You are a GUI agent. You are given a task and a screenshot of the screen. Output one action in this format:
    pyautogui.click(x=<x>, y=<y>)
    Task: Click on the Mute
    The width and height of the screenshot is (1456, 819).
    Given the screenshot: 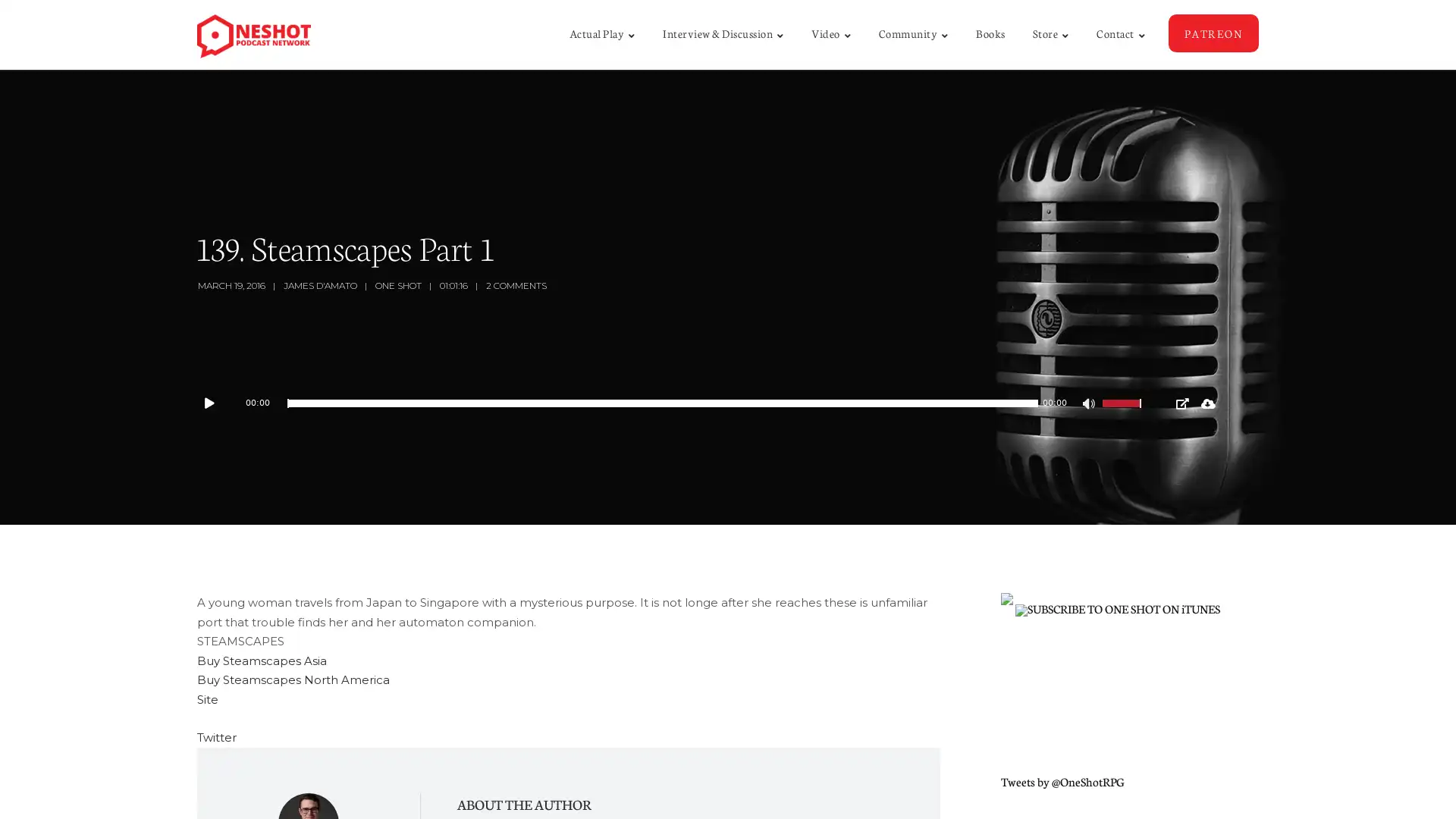 What is the action you would take?
    pyautogui.click(x=1090, y=405)
    